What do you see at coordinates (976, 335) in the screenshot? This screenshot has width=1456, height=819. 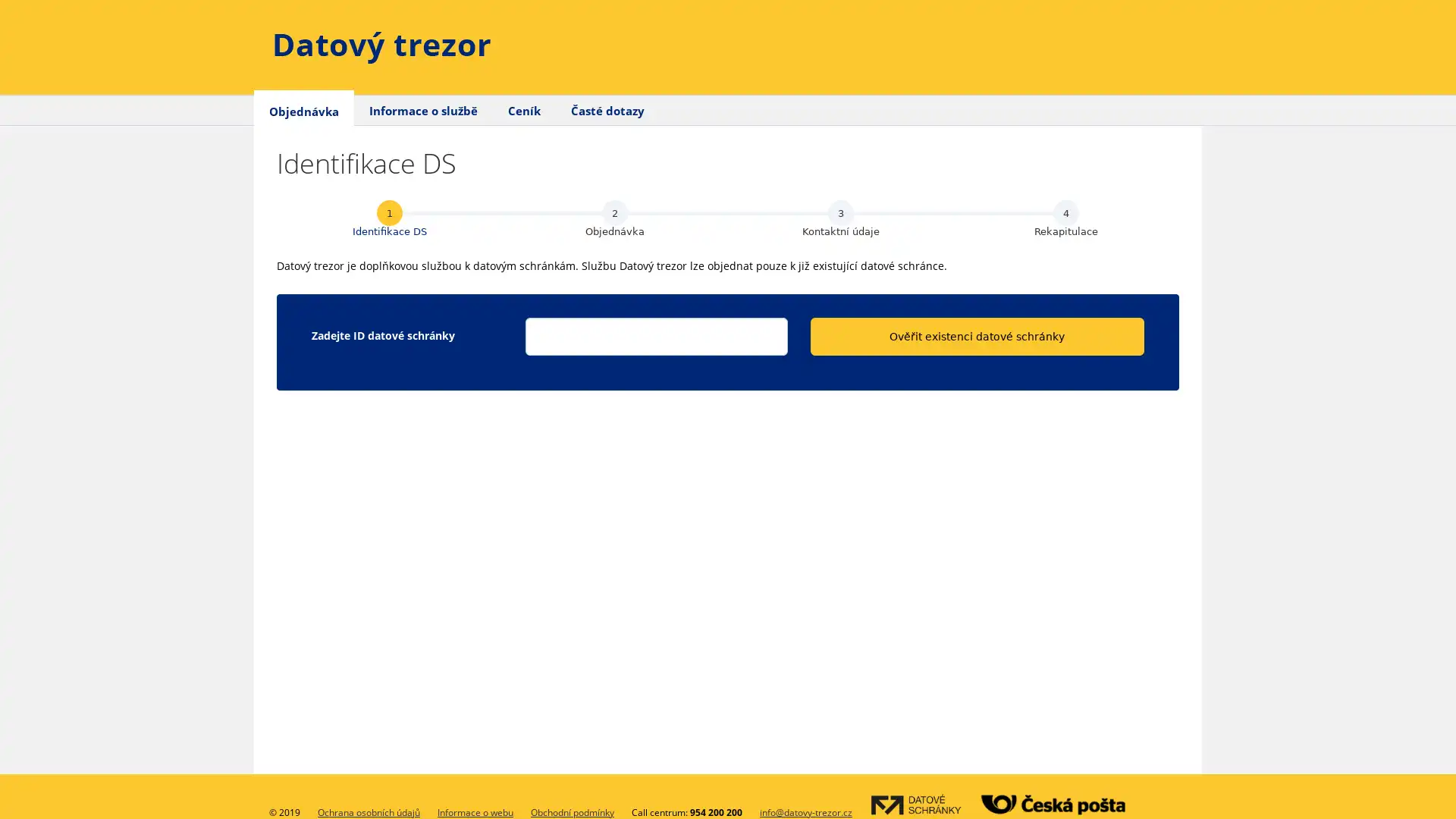 I see `Overit existenci datove schranky` at bounding box center [976, 335].